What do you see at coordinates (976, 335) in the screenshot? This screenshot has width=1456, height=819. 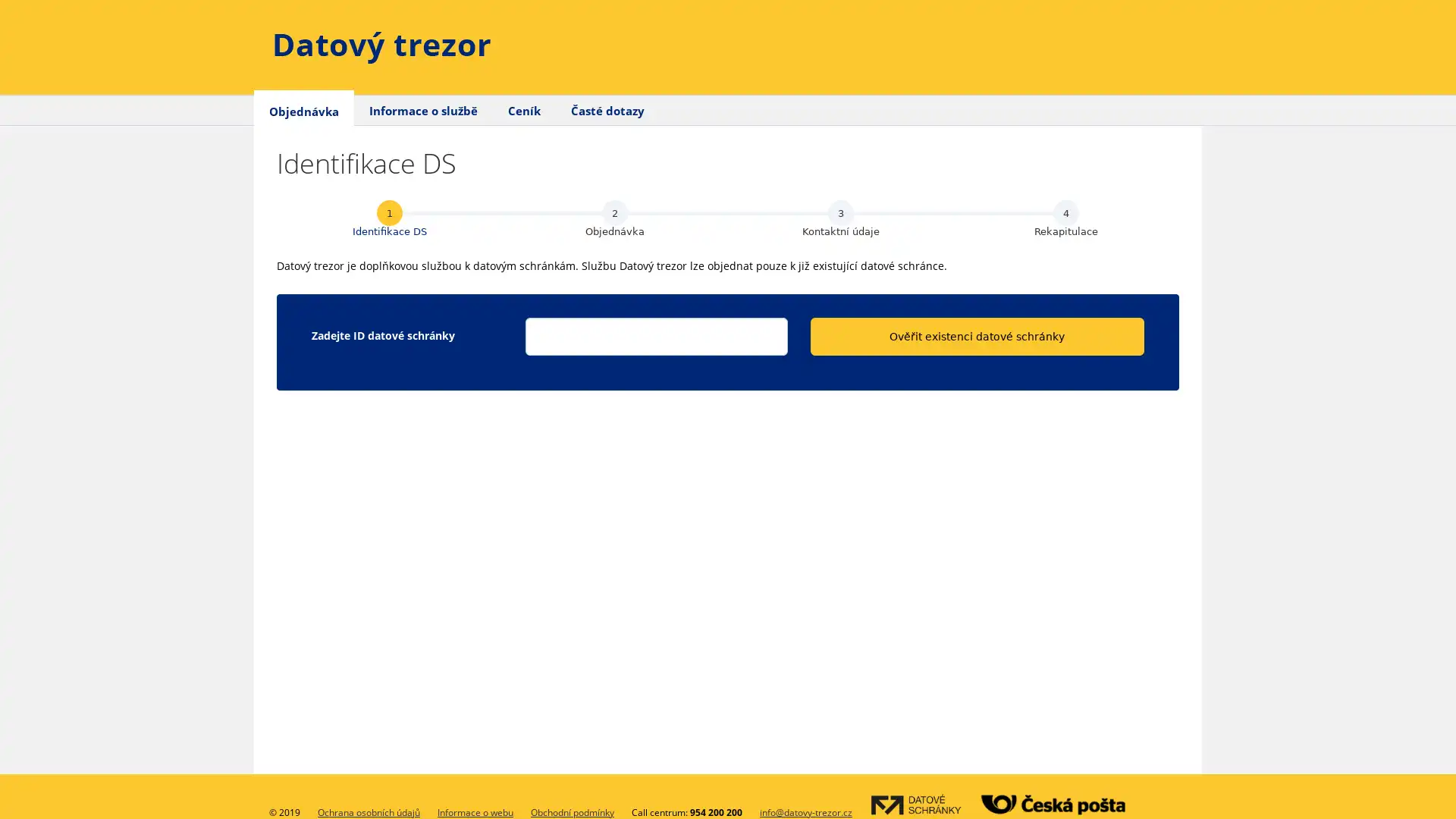 I see `Overit existenci datove schranky` at bounding box center [976, 335].